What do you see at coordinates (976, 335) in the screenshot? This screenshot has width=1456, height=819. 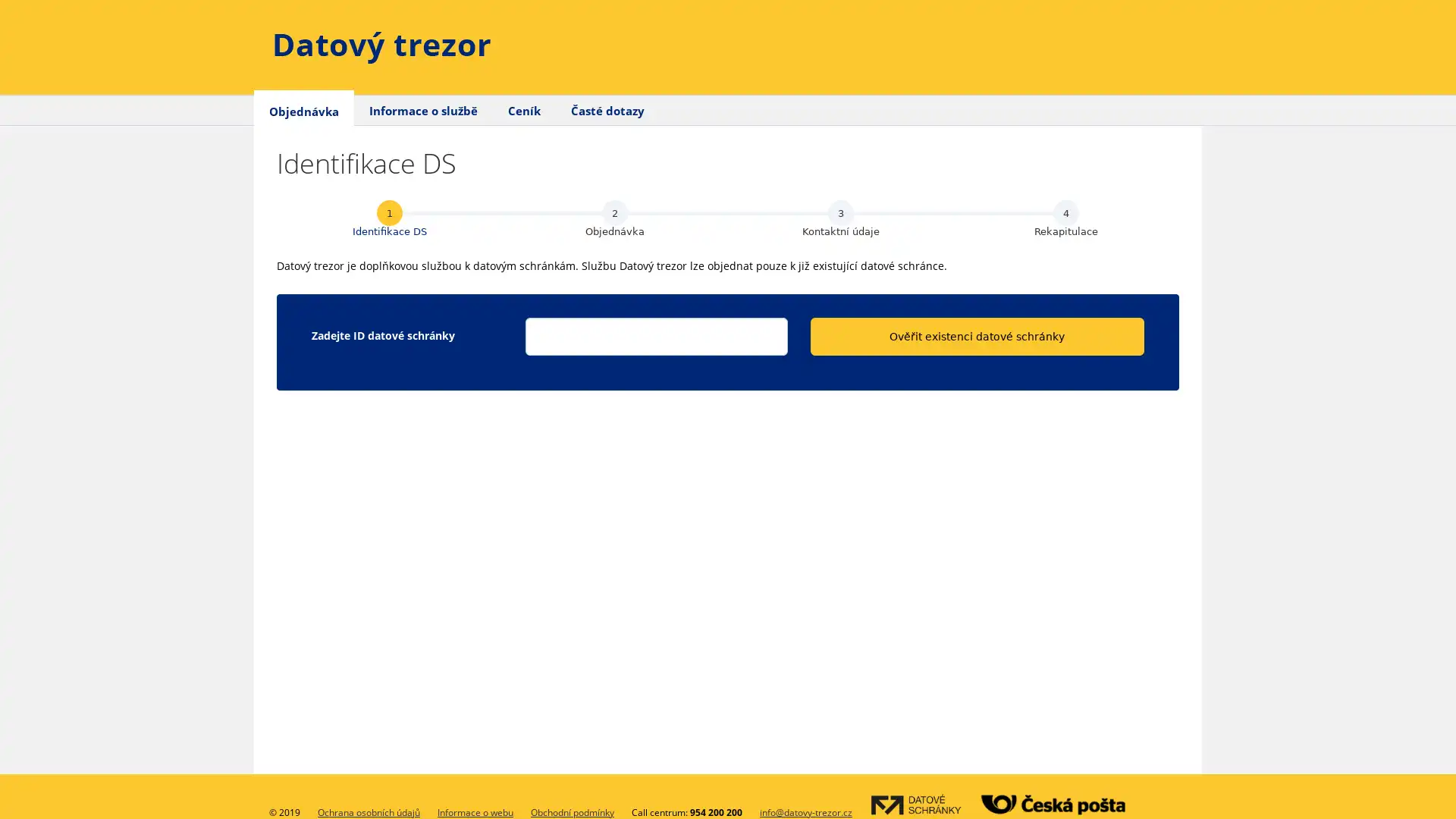 I see `Overit existenci datove schranky` at bounding box center [976, 335].